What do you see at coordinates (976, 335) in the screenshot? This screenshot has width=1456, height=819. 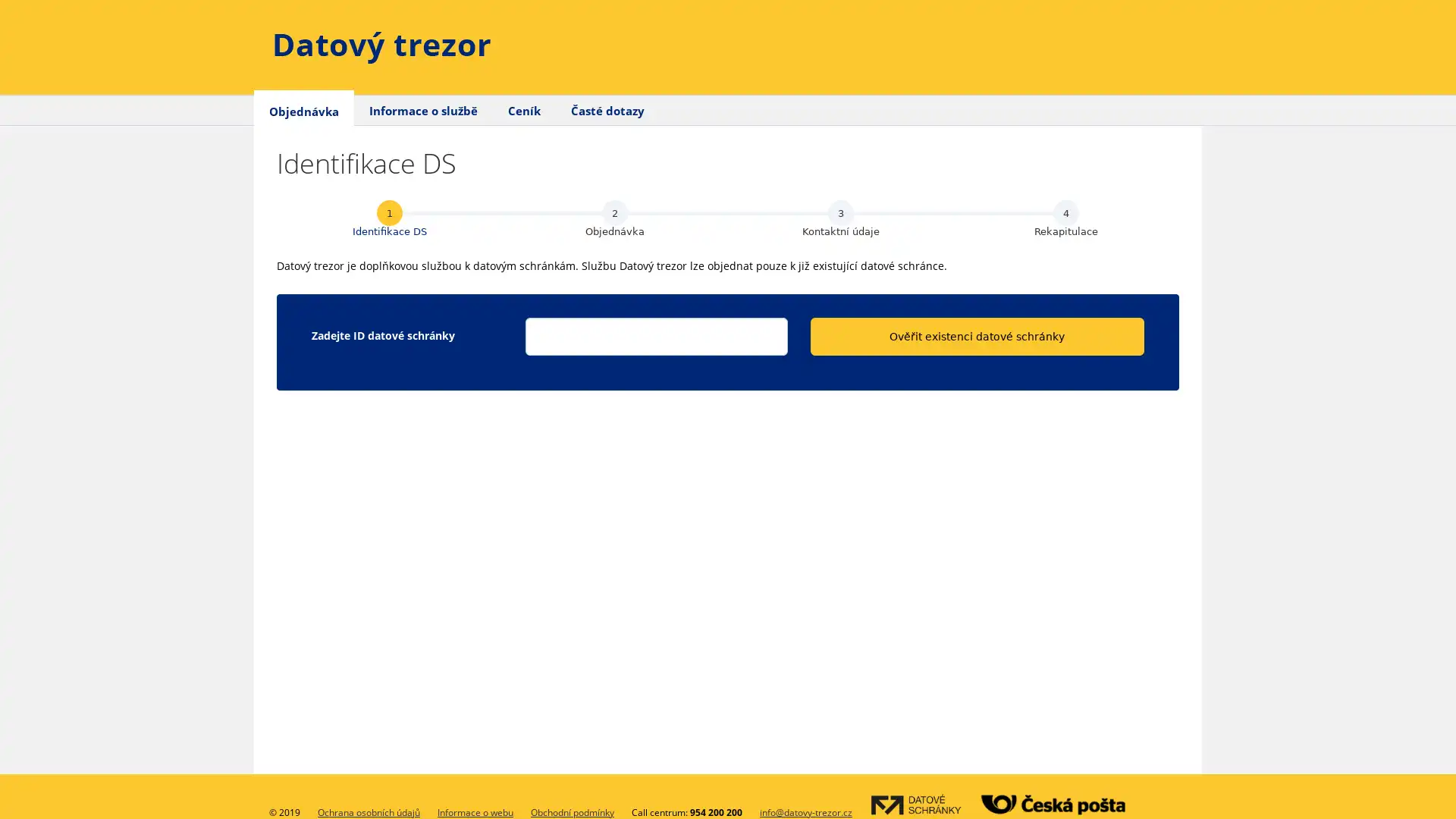 I see `Overit existenci datove schranky` at bounding box center [976, 335].